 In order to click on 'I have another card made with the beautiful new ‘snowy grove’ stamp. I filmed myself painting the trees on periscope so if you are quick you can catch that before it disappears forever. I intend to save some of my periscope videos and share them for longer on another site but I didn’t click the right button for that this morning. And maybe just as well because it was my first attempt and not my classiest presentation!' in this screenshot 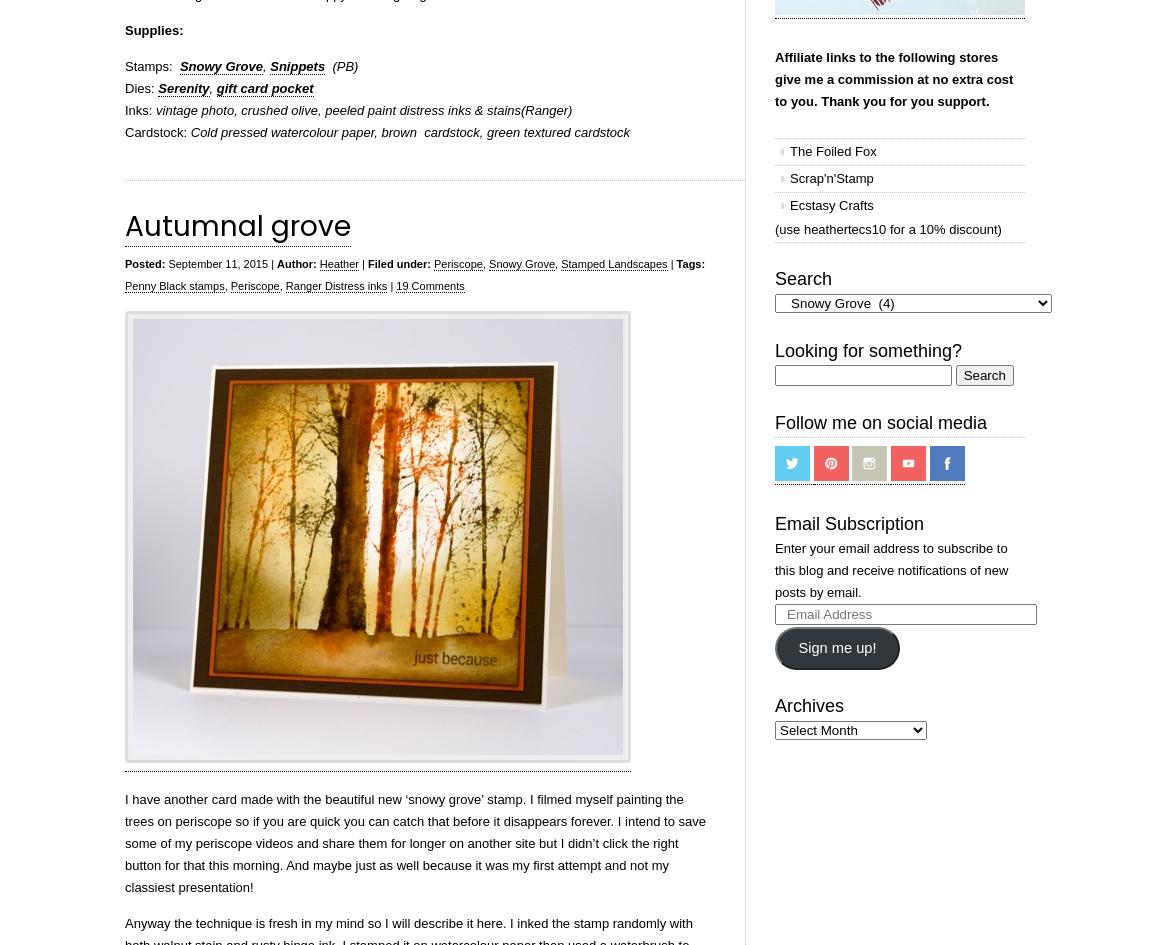, I will do `click(415, 843)`.